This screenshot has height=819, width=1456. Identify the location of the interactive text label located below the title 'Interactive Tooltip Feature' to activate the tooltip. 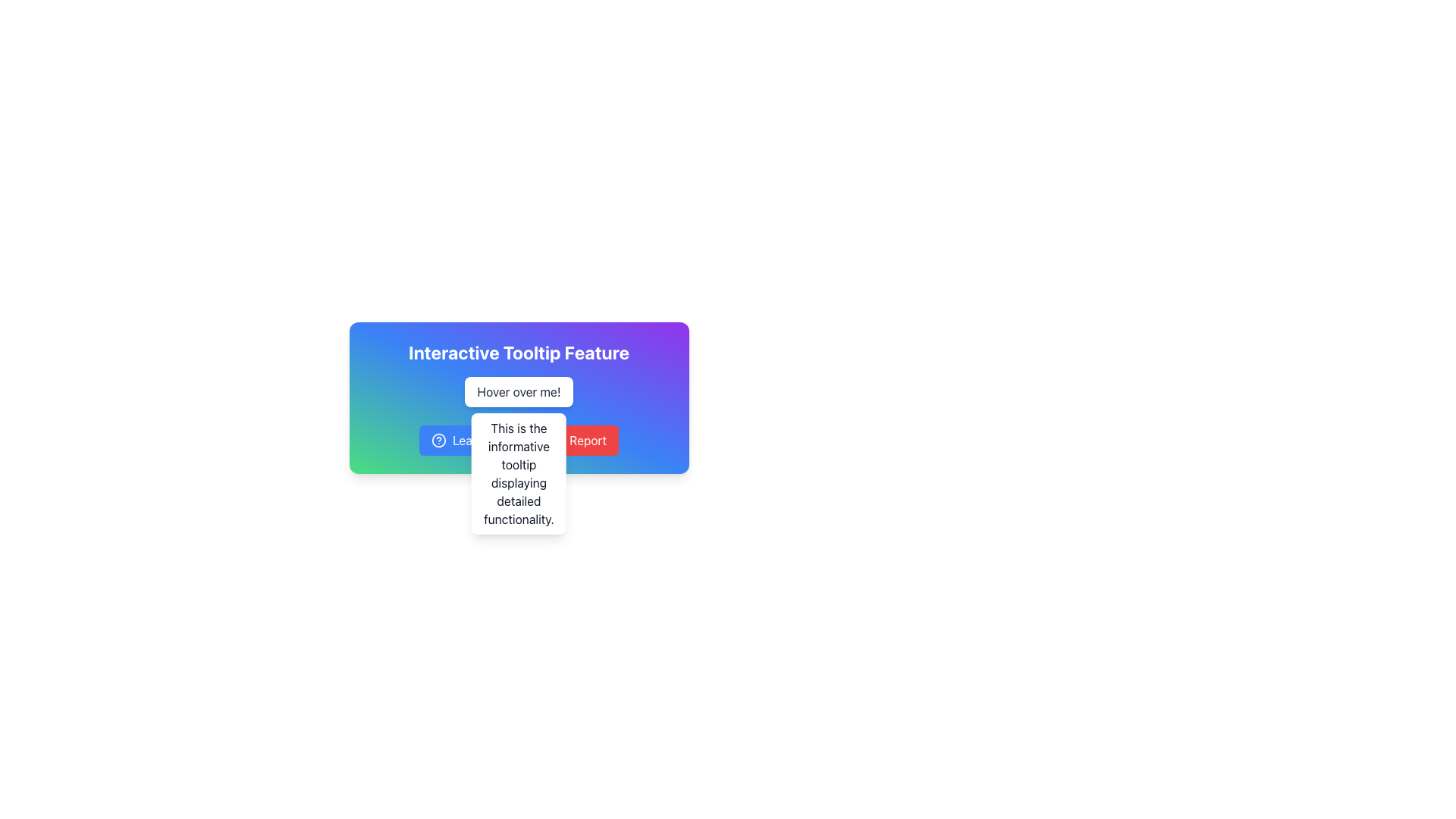
(519, 397).